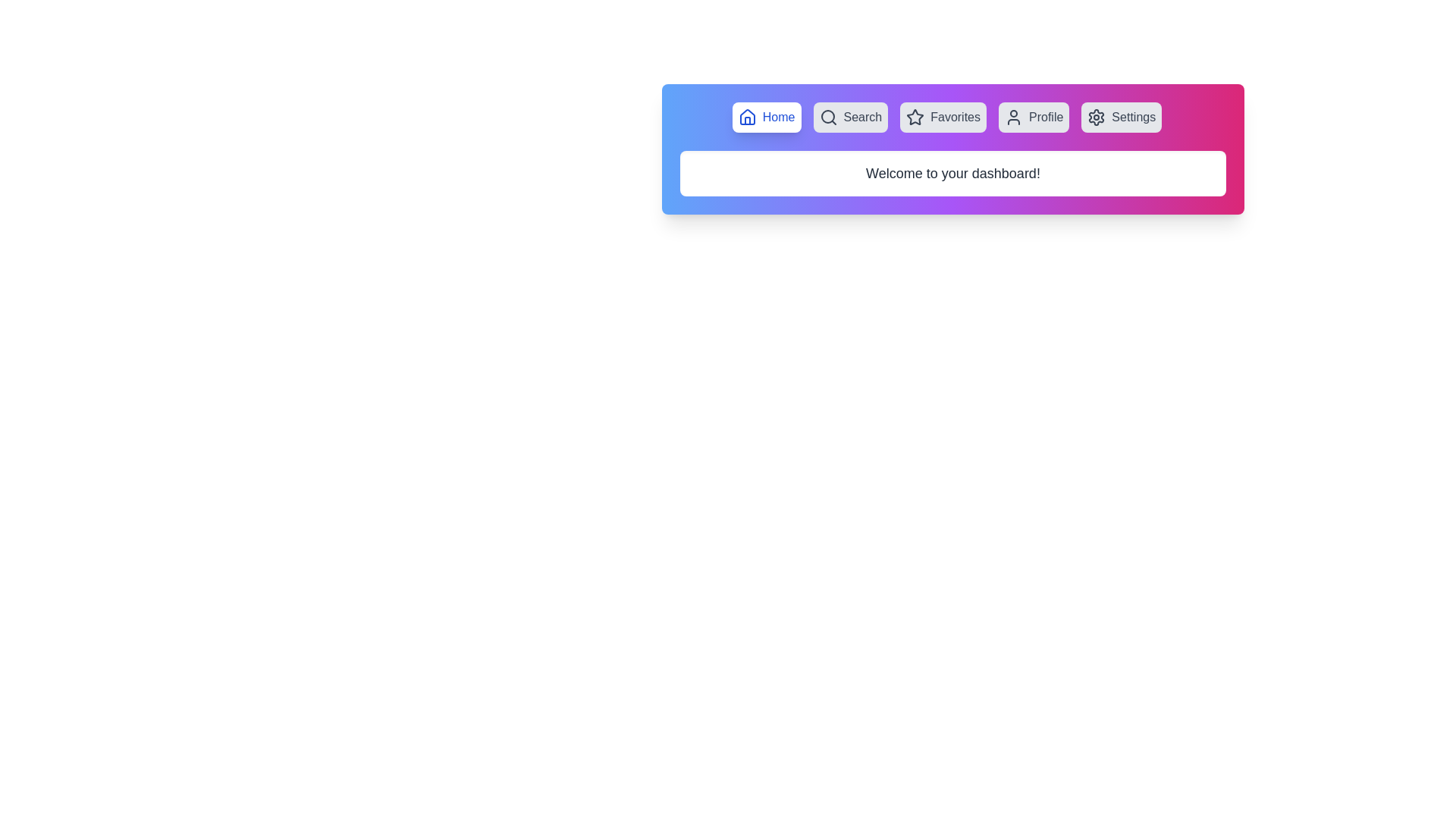  What do you see at coordinates (1097, 116) in the screenshot?
I see `the settings icon located in the navigation bar, positioned directly next to the 'Settings' label` at bounding box center [1097, 116].